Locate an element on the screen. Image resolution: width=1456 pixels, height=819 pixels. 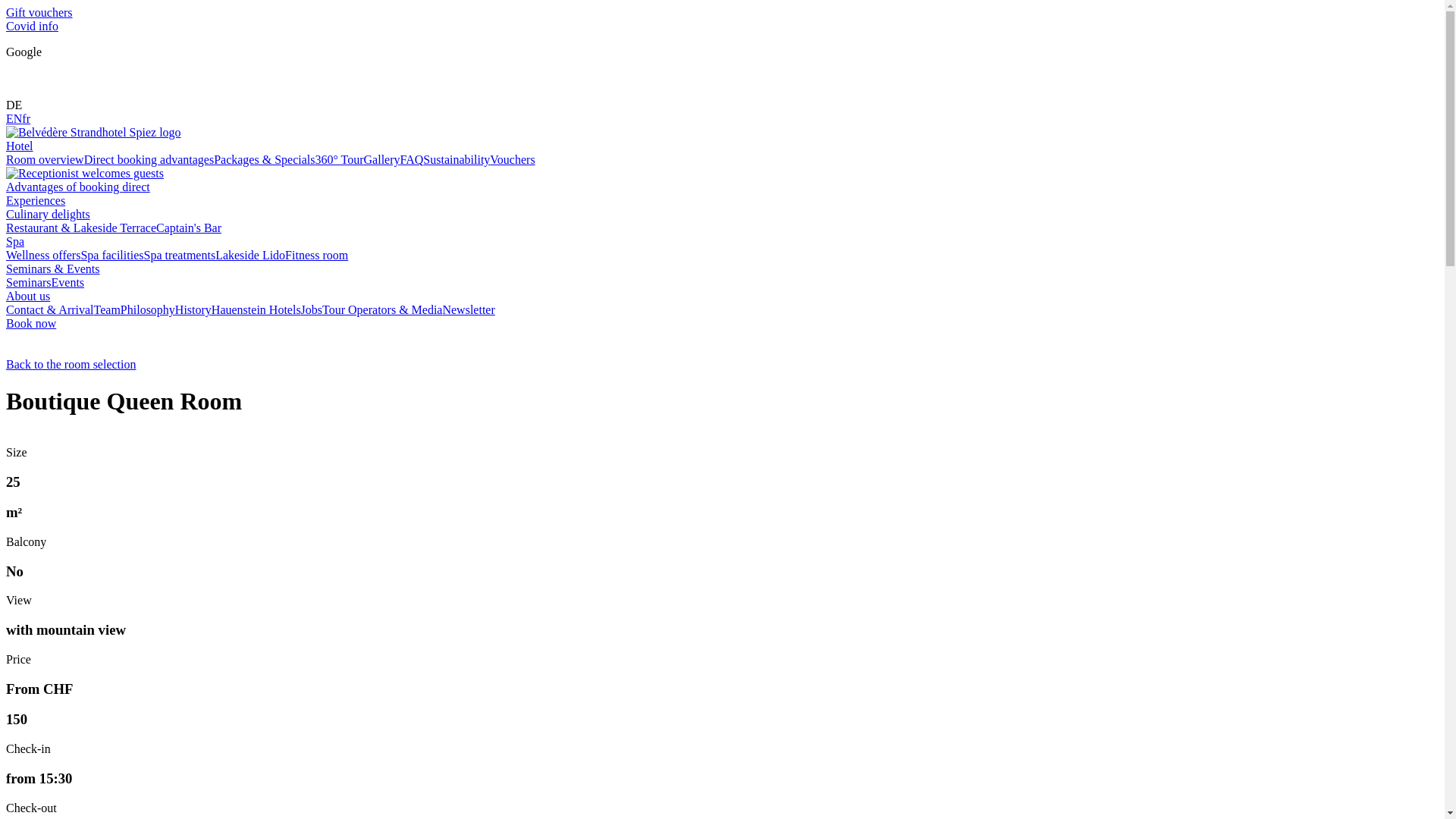
'EN' is located at coordinates (6, 118).